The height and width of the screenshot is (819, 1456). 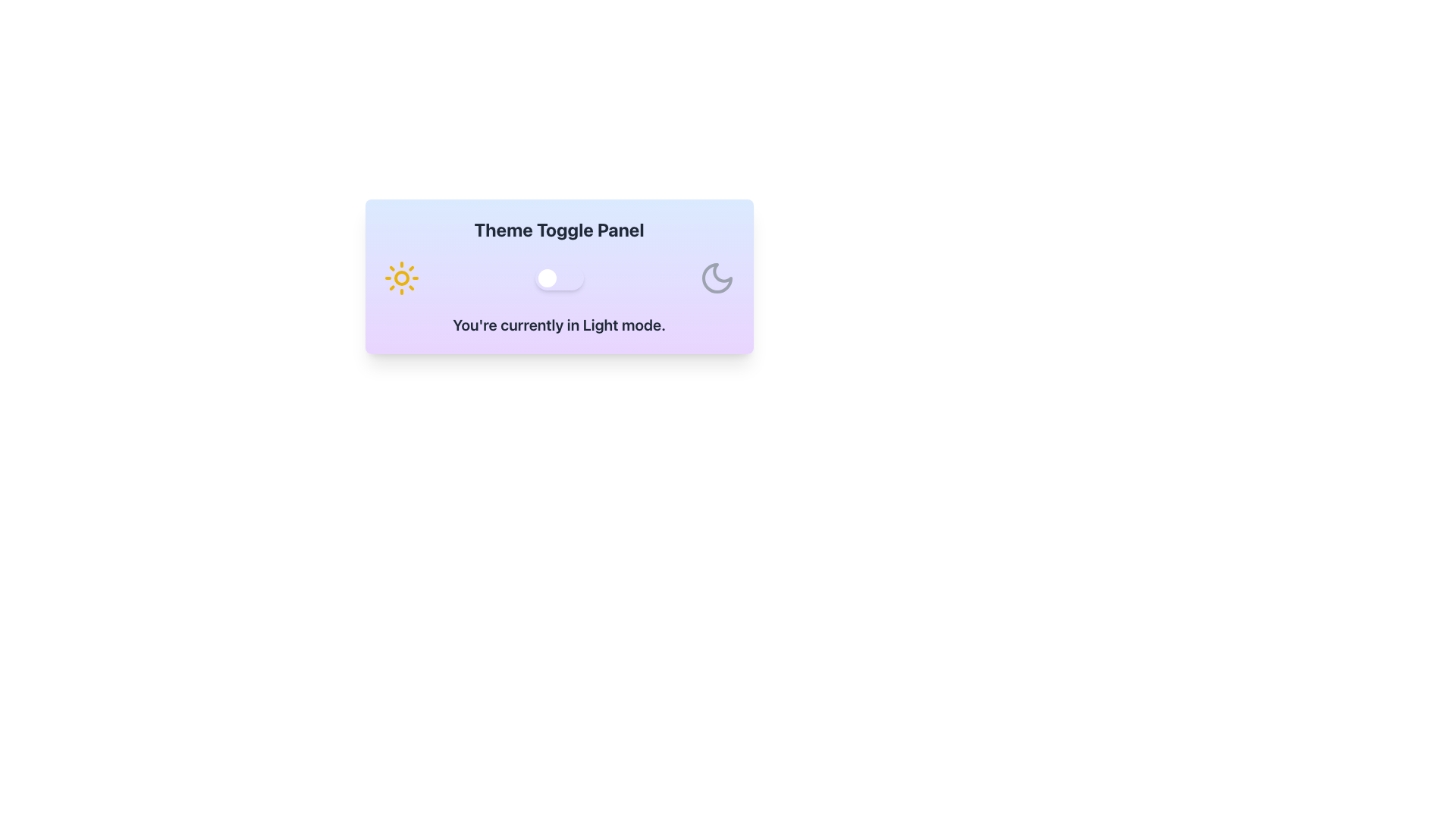 I want to click on the toggle switch in the theme toggle panel to change the theme mode from light to dark or vice versa, so click(x=558, y=277).